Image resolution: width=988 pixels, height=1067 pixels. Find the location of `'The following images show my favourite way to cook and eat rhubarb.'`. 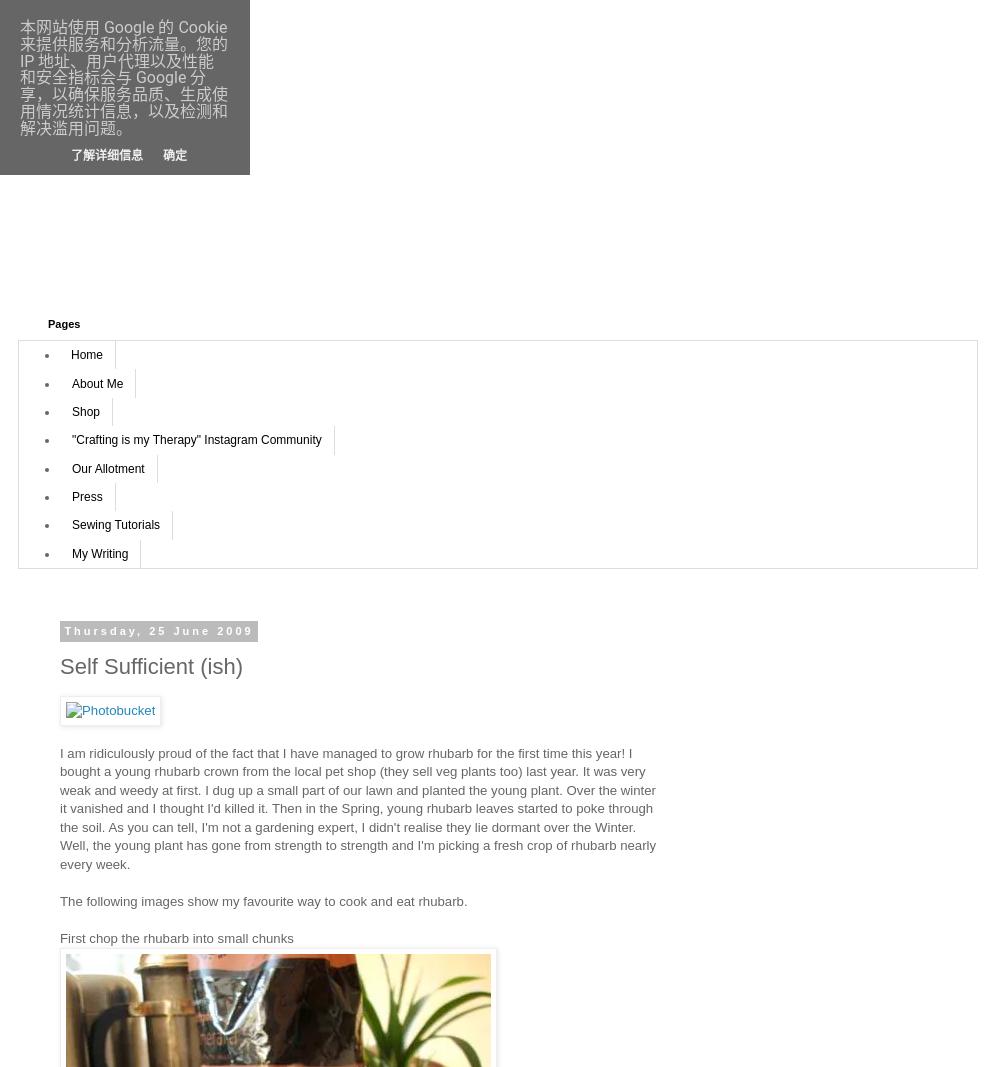

'The following images show my favourite way to cook and eat rhubarb.' is located at coordinates (262, 900).